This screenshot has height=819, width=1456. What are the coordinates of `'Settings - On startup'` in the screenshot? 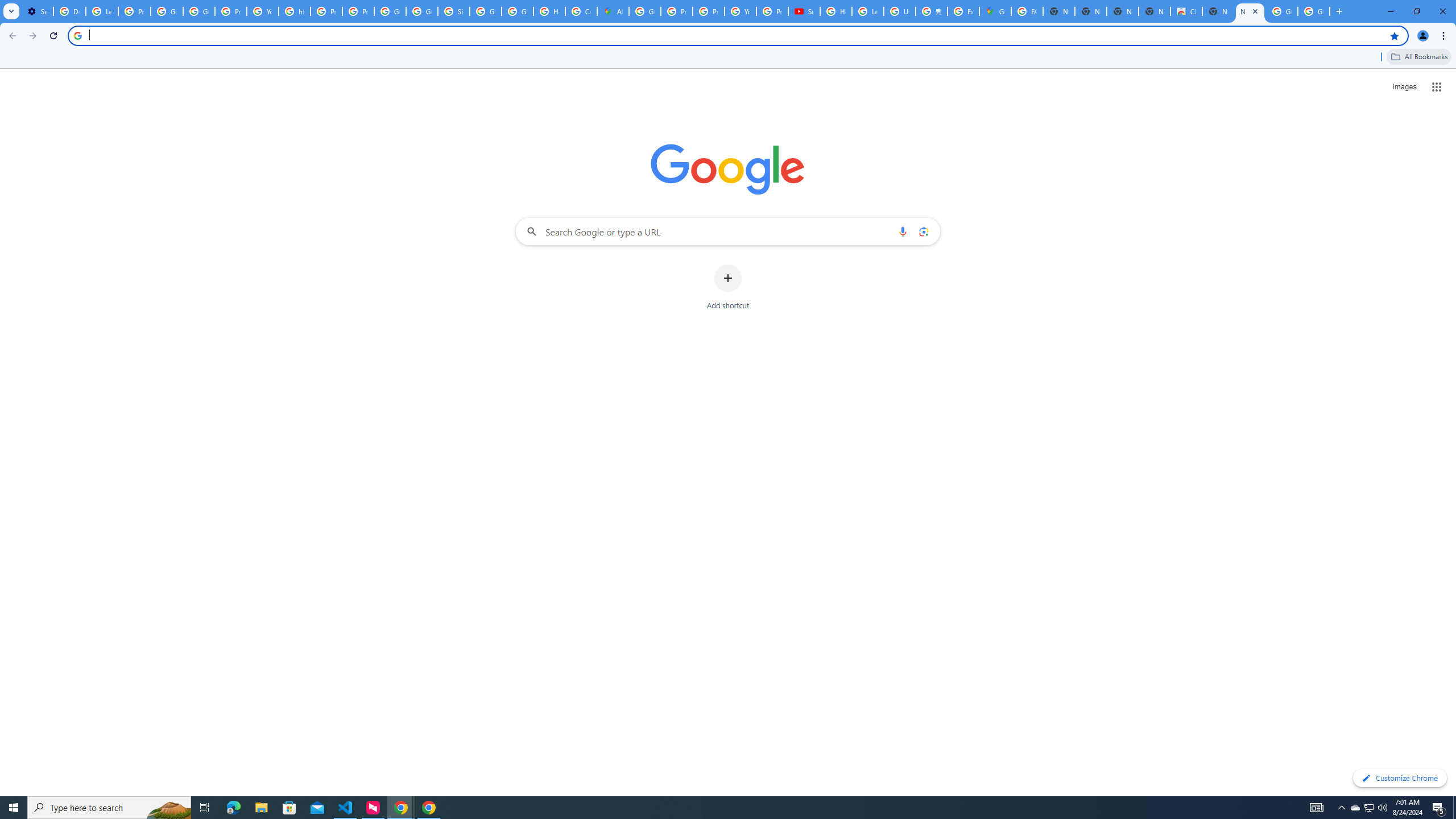 It's located at (37, 11).